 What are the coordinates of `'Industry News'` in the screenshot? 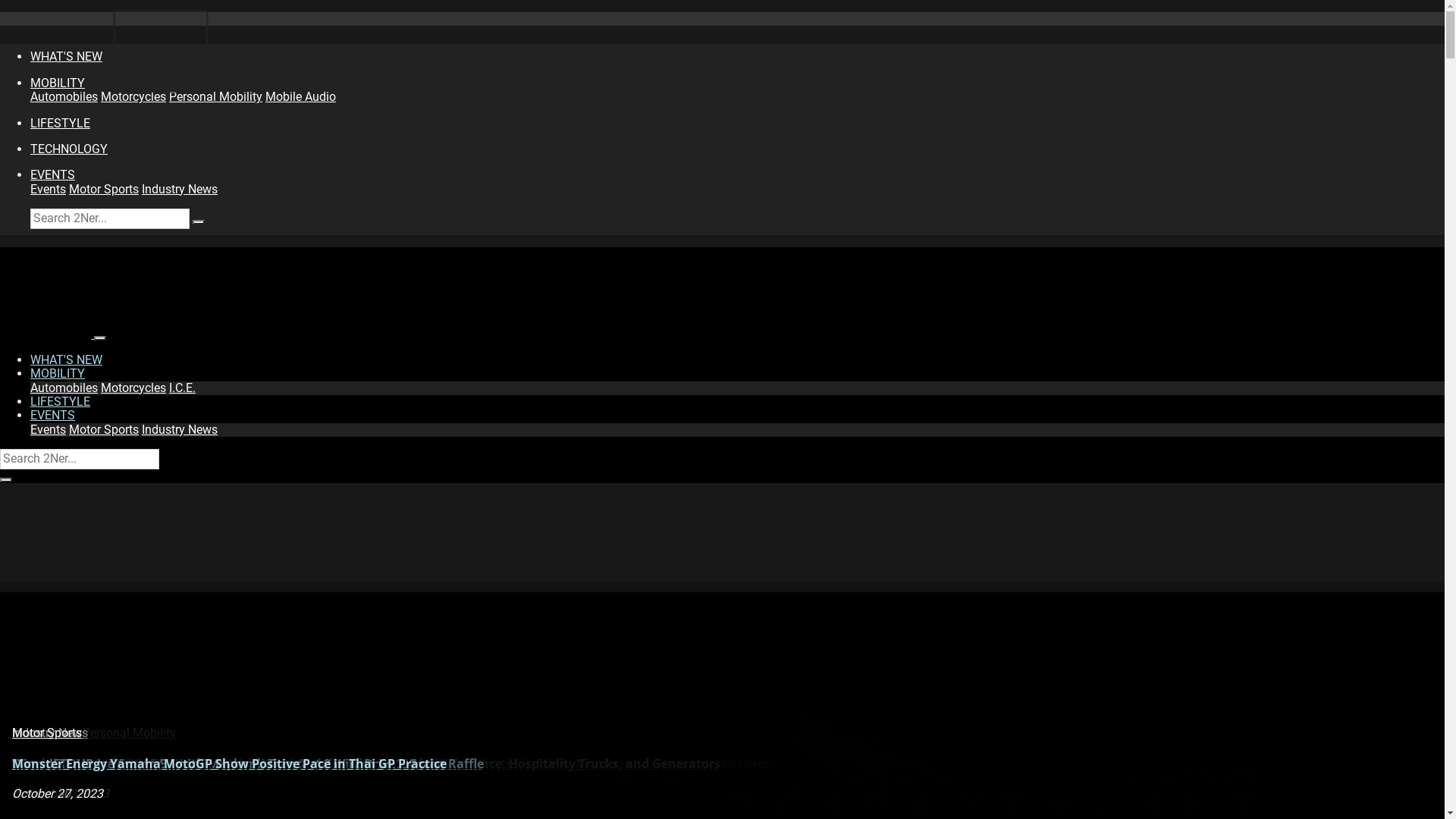 It's located at (179, 188).